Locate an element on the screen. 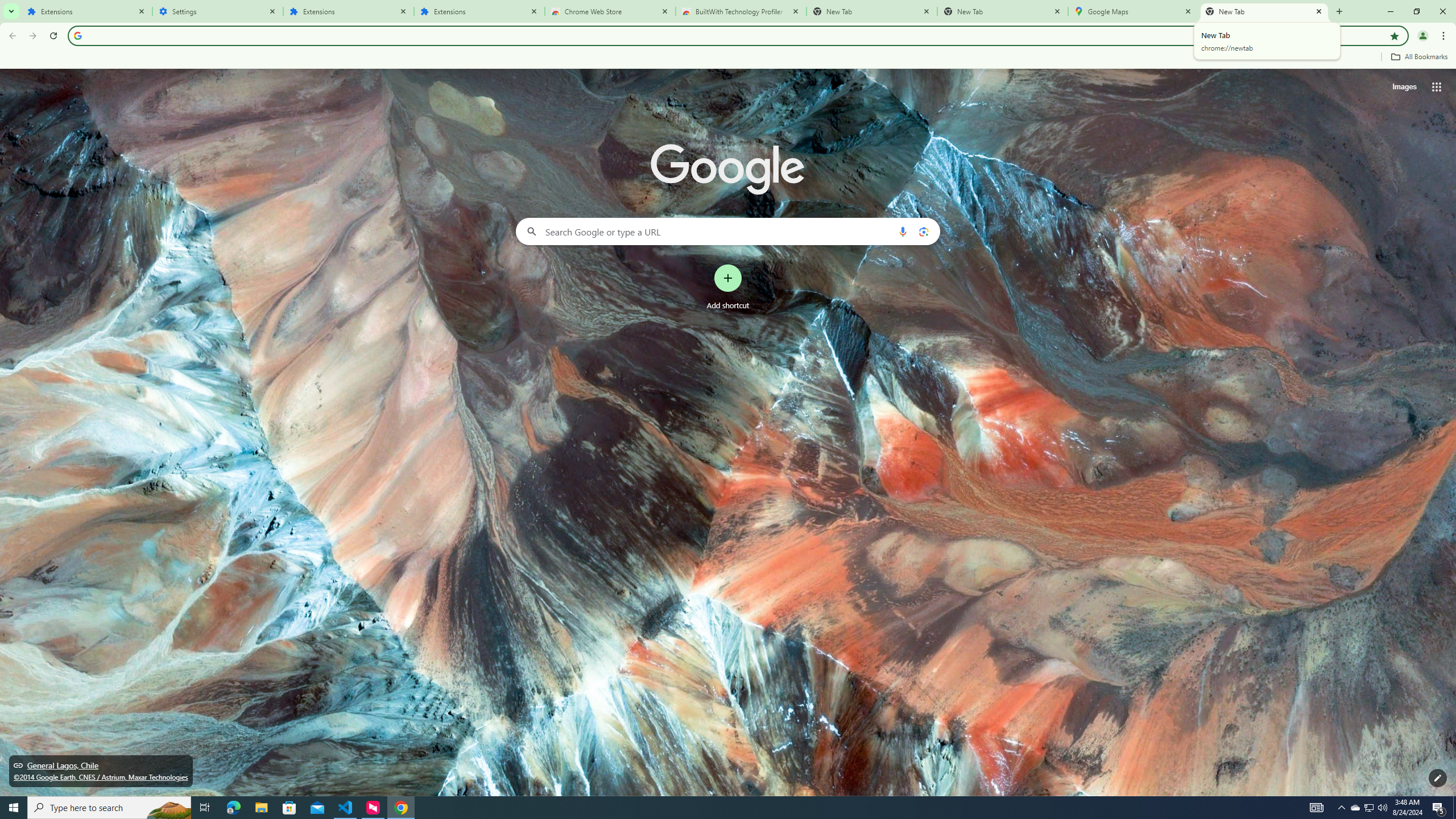 The height and width of the screenshot is (819, 1456). 'Settings' is located at coordinates (217, 11).